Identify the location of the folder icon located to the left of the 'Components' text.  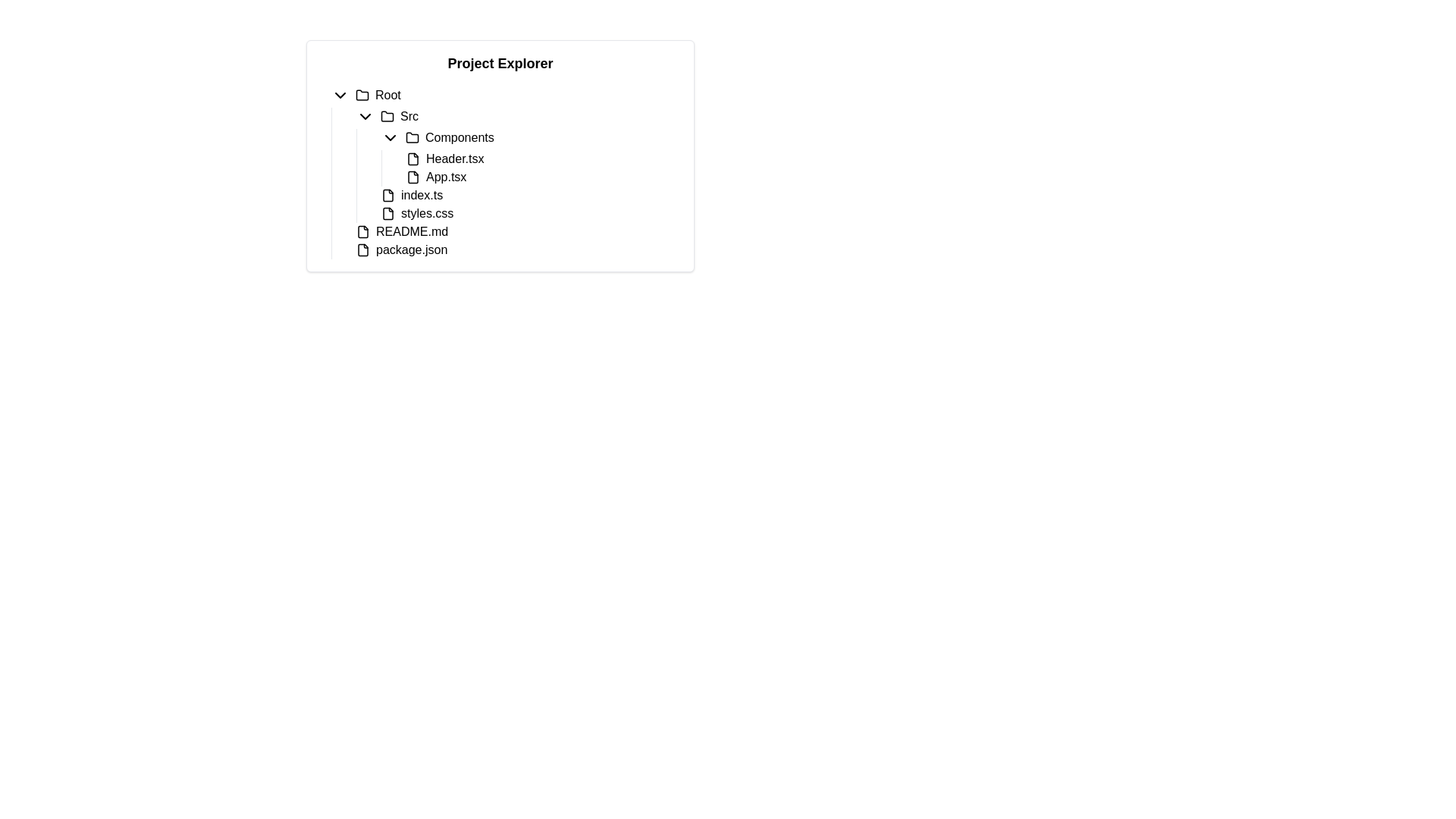
(412, 137).